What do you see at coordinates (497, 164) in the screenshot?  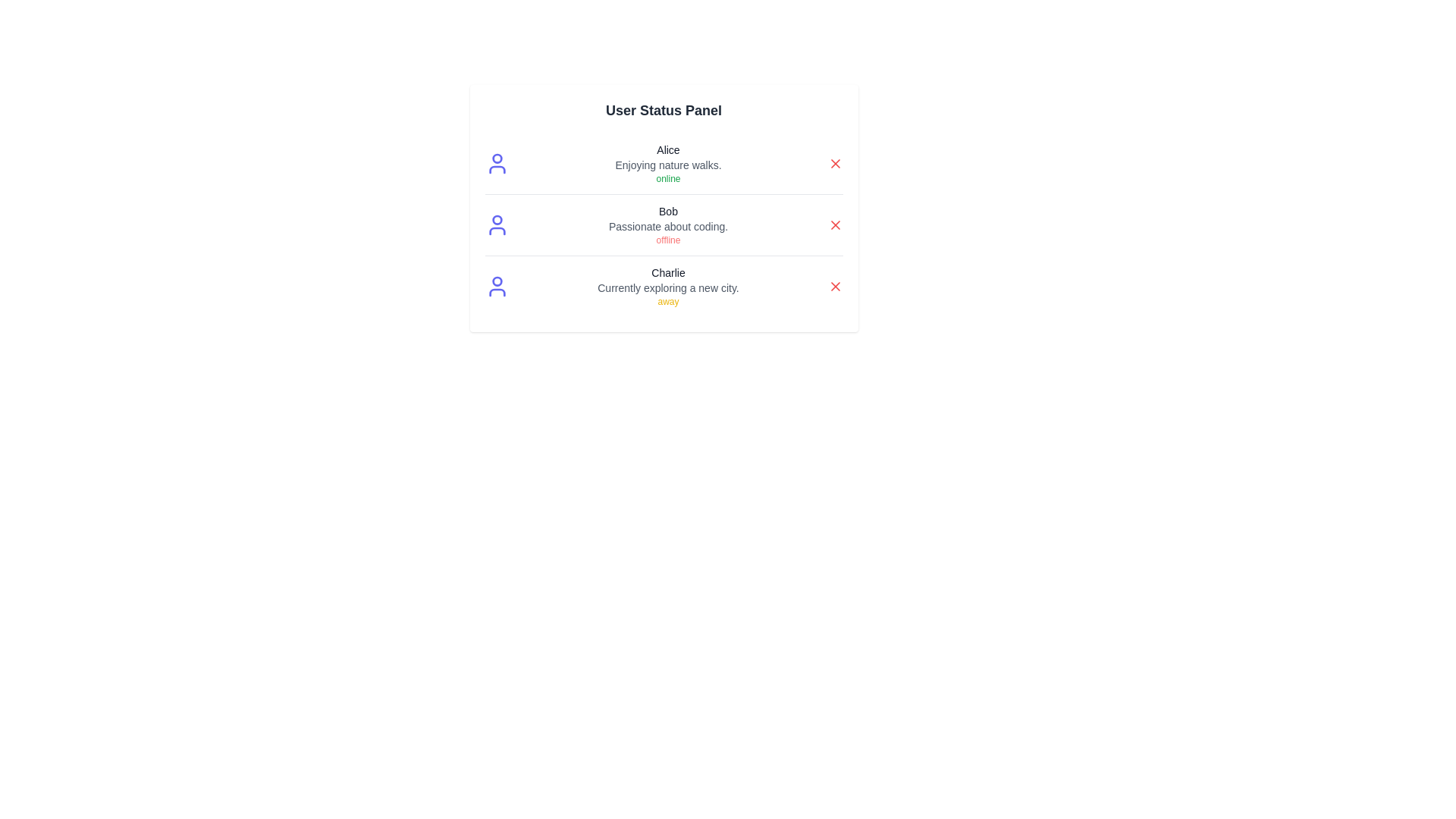 I see `the user icon representing 'Alice' in the User Status Panel, which is located to the left of the text 'Alice' in the first row` at bounding box center [497, 164].